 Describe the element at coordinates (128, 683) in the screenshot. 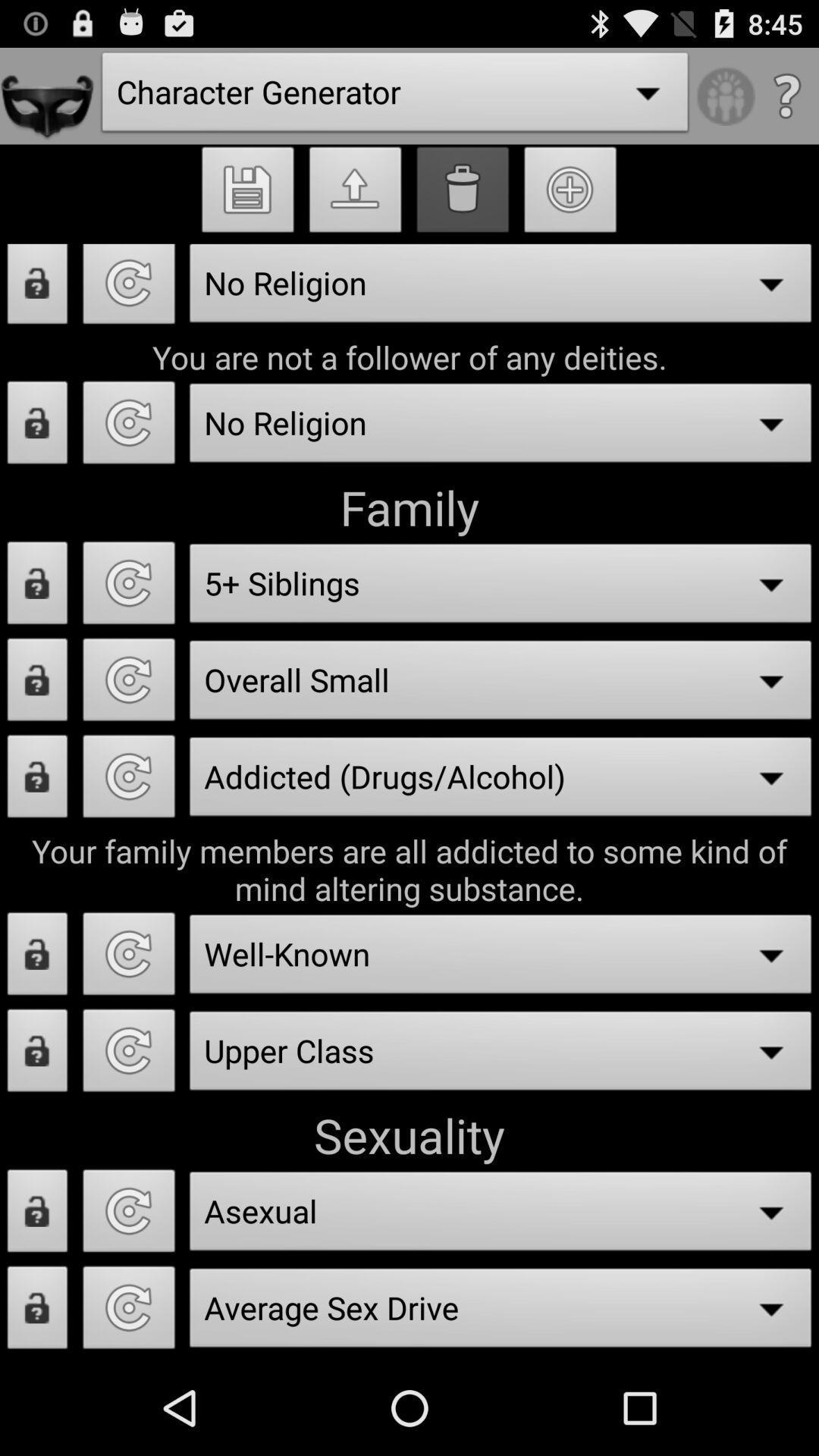

I see `overall small` at that location.